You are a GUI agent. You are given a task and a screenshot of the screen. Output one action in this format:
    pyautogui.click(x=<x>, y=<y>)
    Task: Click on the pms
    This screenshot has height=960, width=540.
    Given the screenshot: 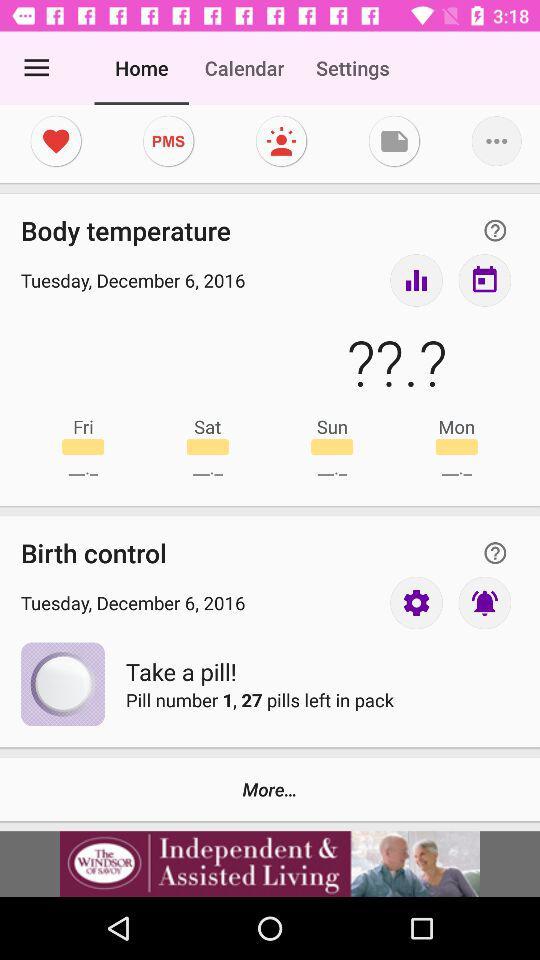 What is the action you would take?
    pyautogui.click(x=167, y=140)
    